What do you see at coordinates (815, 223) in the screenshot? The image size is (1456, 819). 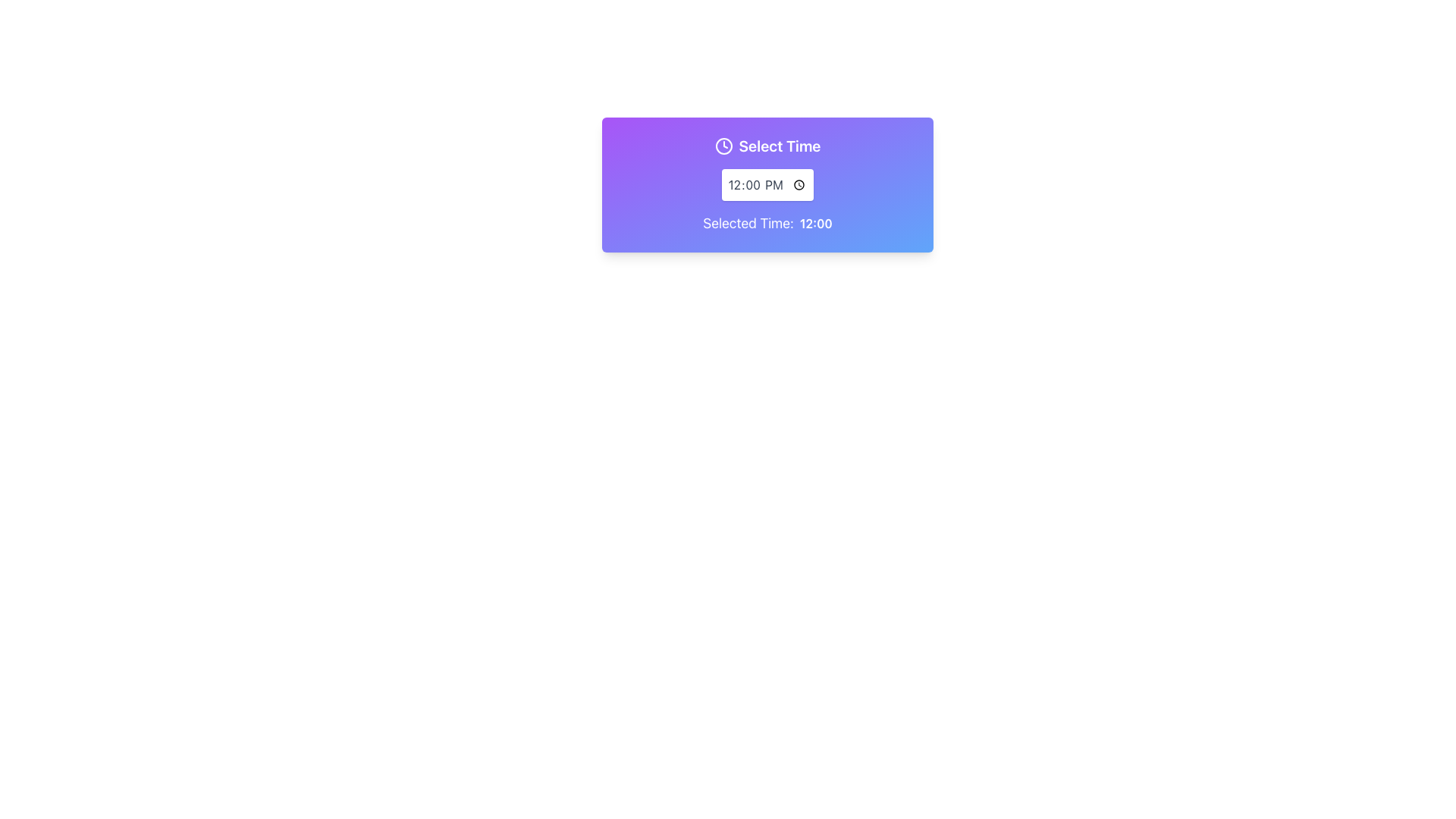 I see `the text label displaying the time '12:00', which is styled in bold and located to the immediate right of 'Selected Time:' on a purple background` at bounding box center [815, 223].